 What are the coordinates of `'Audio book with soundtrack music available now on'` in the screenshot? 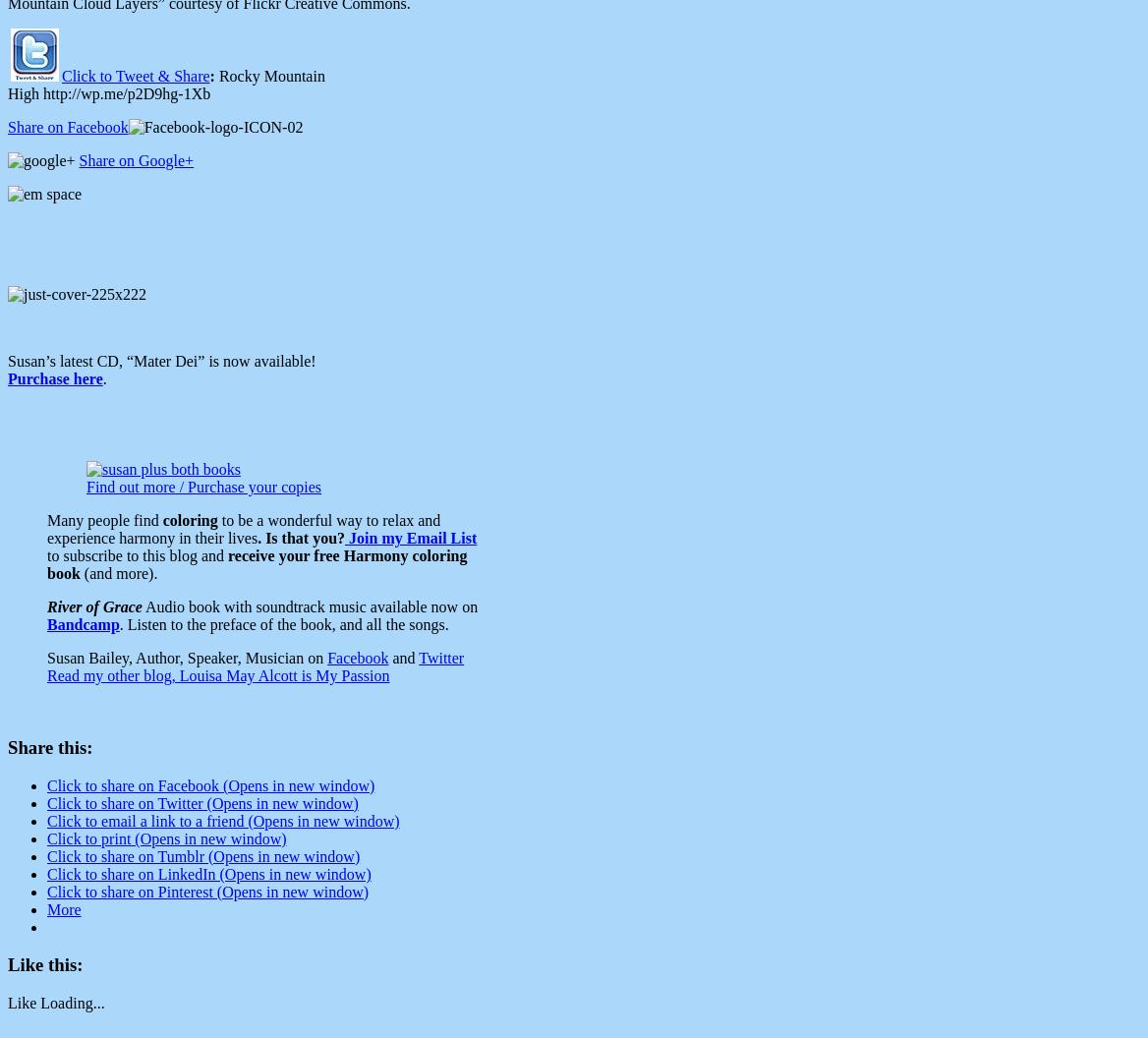 It's located at (310, 605).